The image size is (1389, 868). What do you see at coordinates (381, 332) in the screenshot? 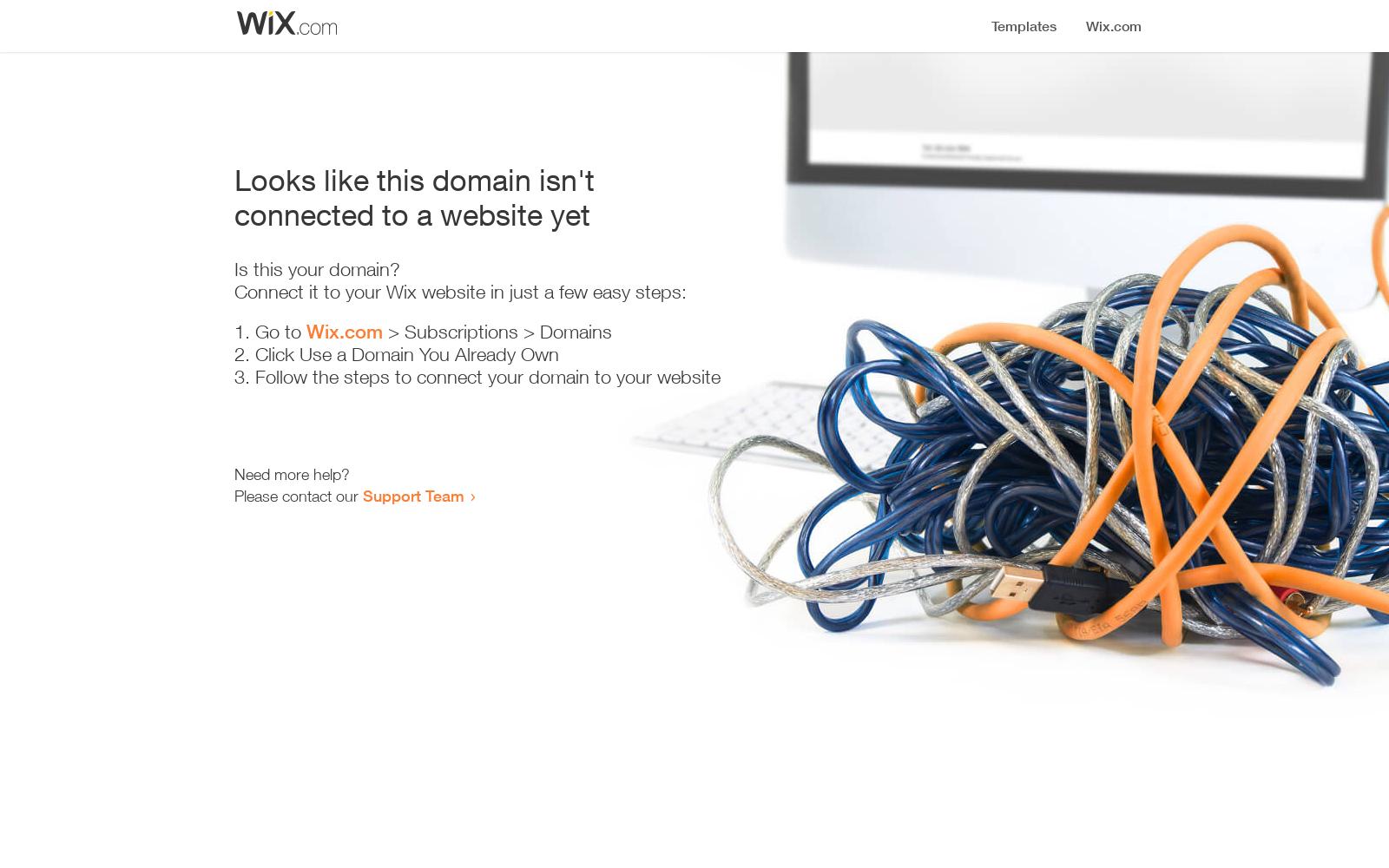
I see `'> Subscriptions > Domains'` at bounding box center [381, 332].